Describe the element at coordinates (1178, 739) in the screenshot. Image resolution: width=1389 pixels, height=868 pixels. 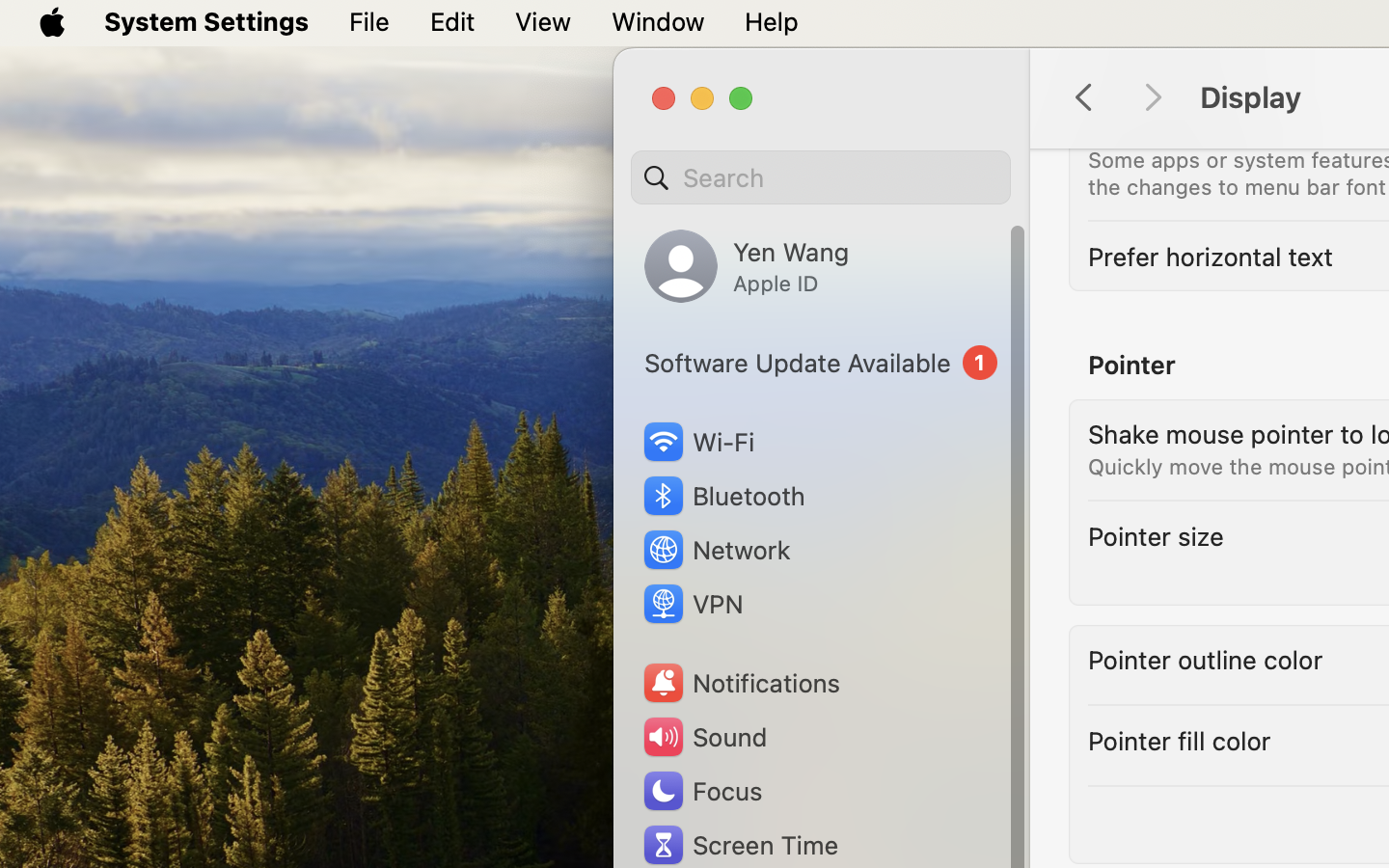
I see `'Pointer fill color'` at that location.